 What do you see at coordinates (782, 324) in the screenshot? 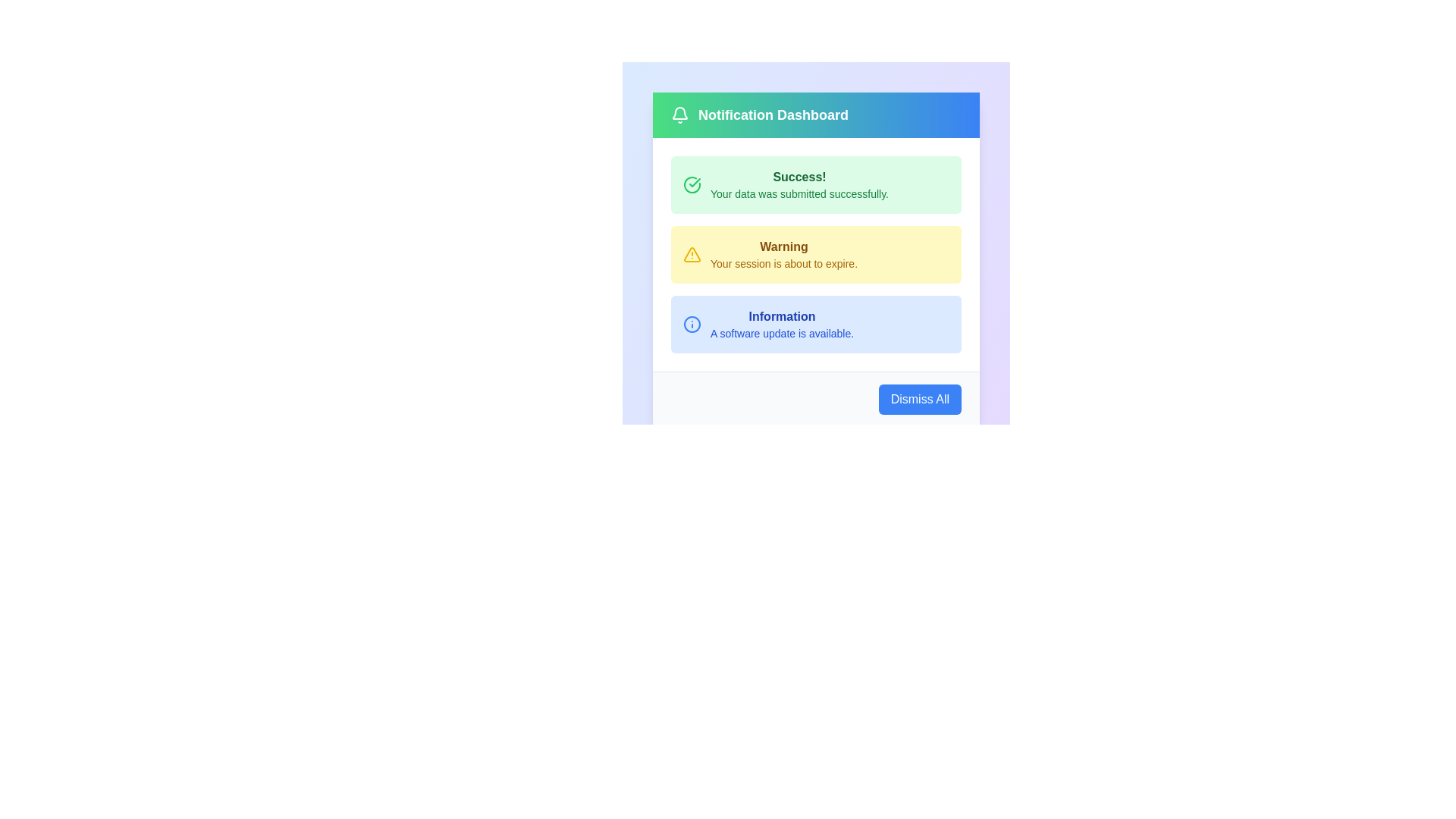
I see `the 'Information' text block which contains the heading 'Information' and the subtext 'A software update is available.'` at bounding box center [782, 324].